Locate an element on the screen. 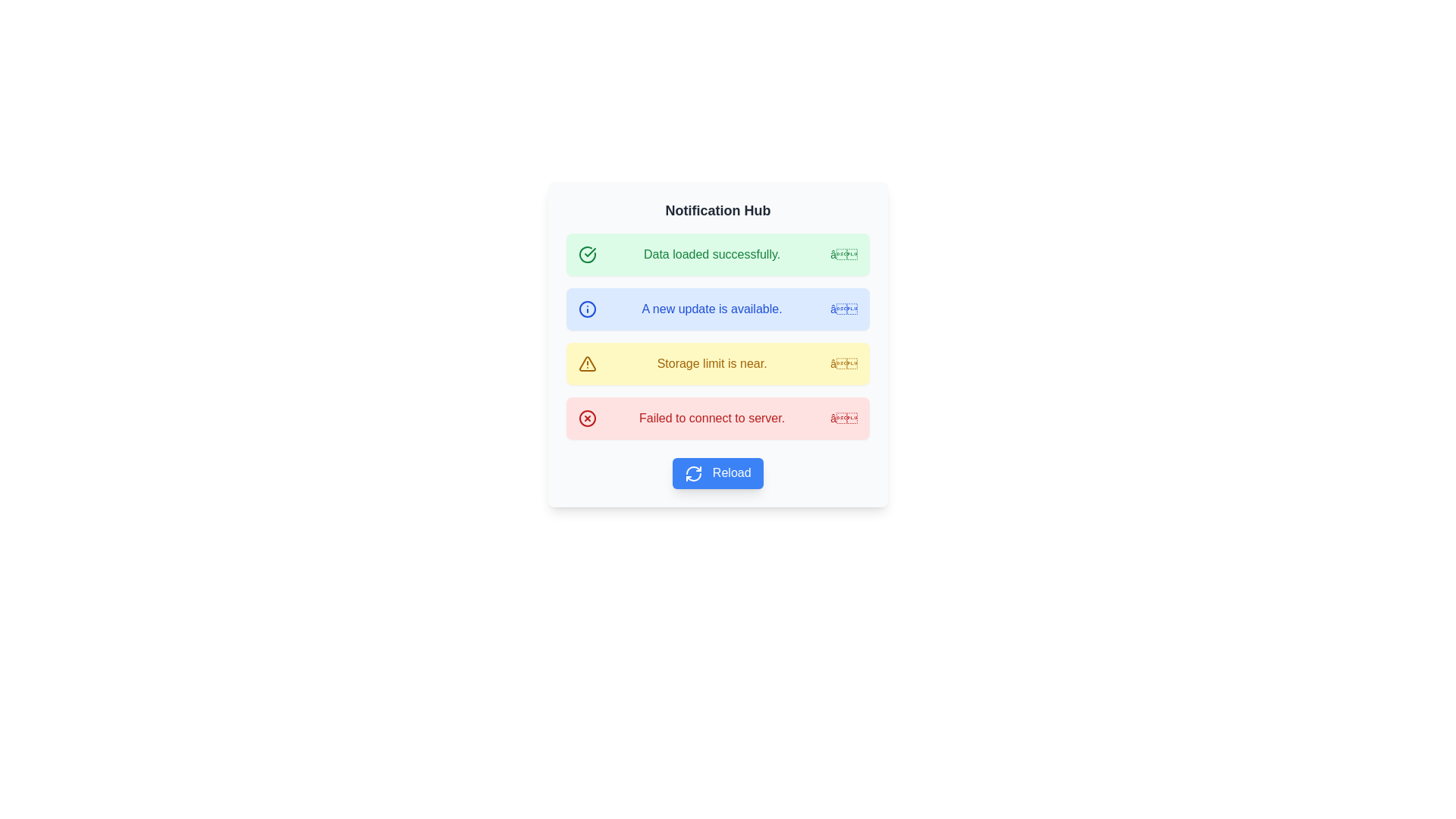  the dismiss button located at the rightmost end inside the notification card that contains the text 'A new update is available.' in the second row of the notification list is located at coordinates (843, 309).